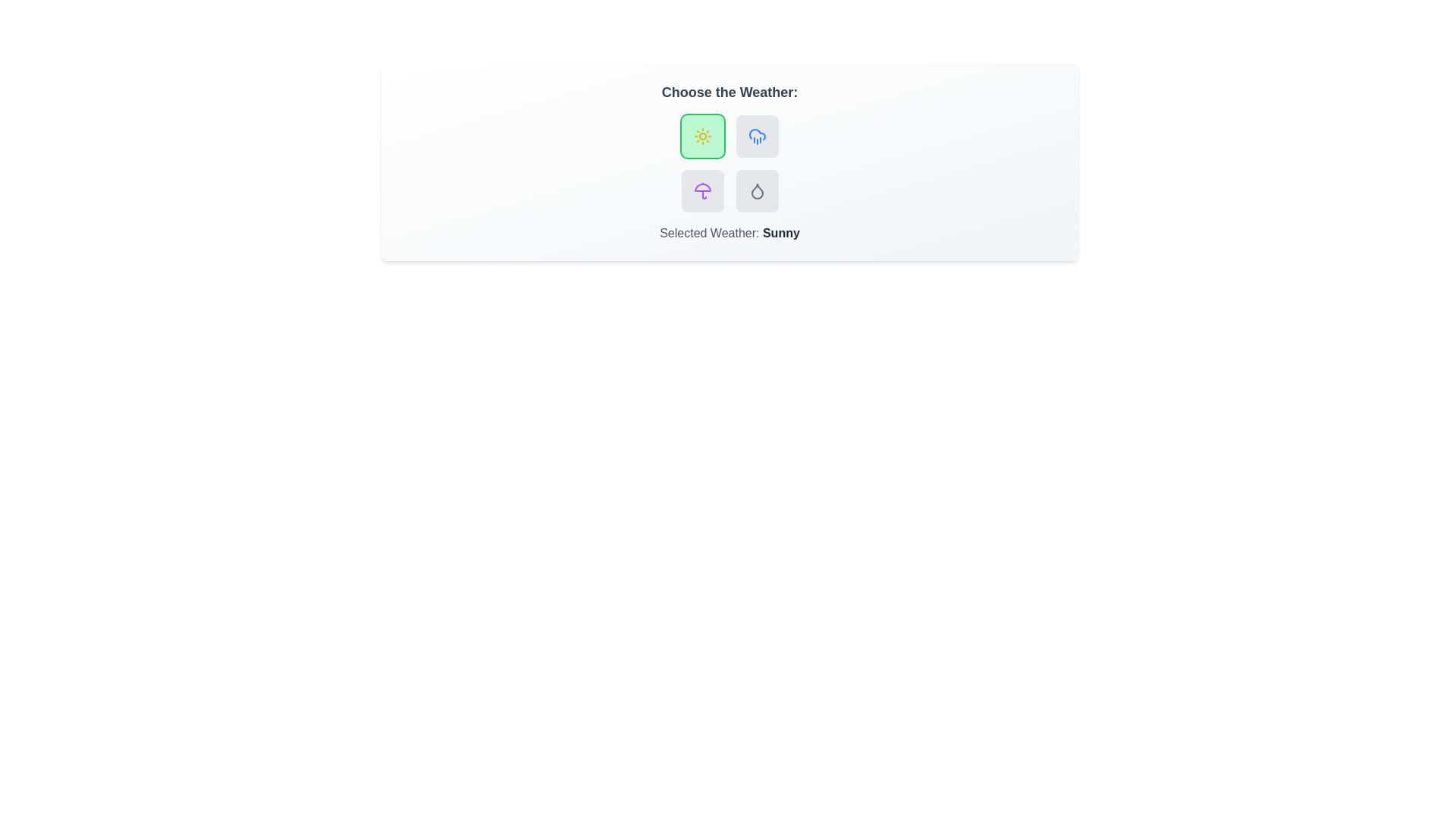 This screenshot has height=819, width=1456. What do you see at coordinates (757, 136) in the screenshot?
I see `the weather option Rainy by clicking the corresponding button` at bounding box center [757, 136].